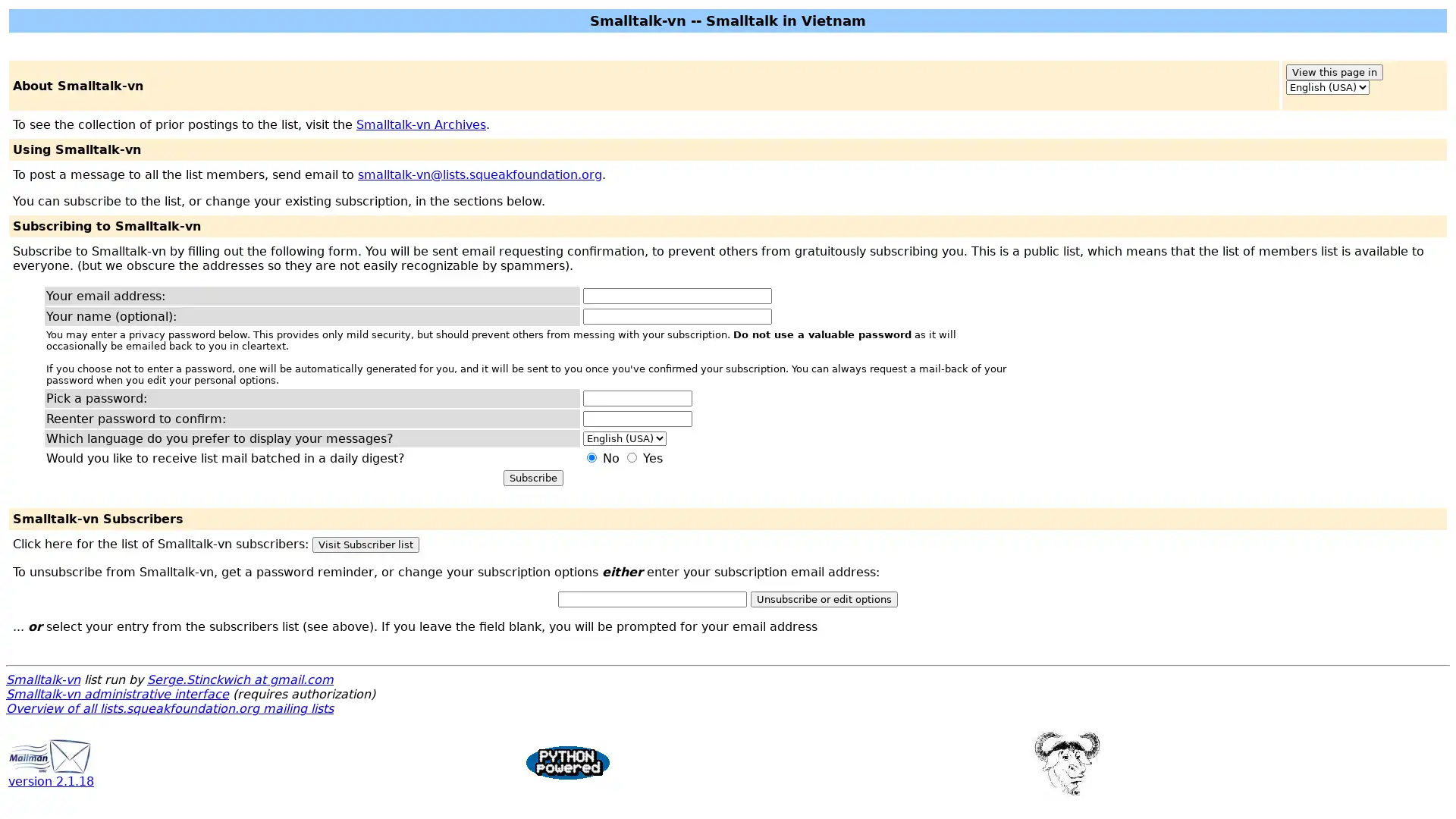  What do you see at coordinates (823, 598) in the screenshot?
I see `Unsubscribe or edit options` at bounding box center [823, 598].